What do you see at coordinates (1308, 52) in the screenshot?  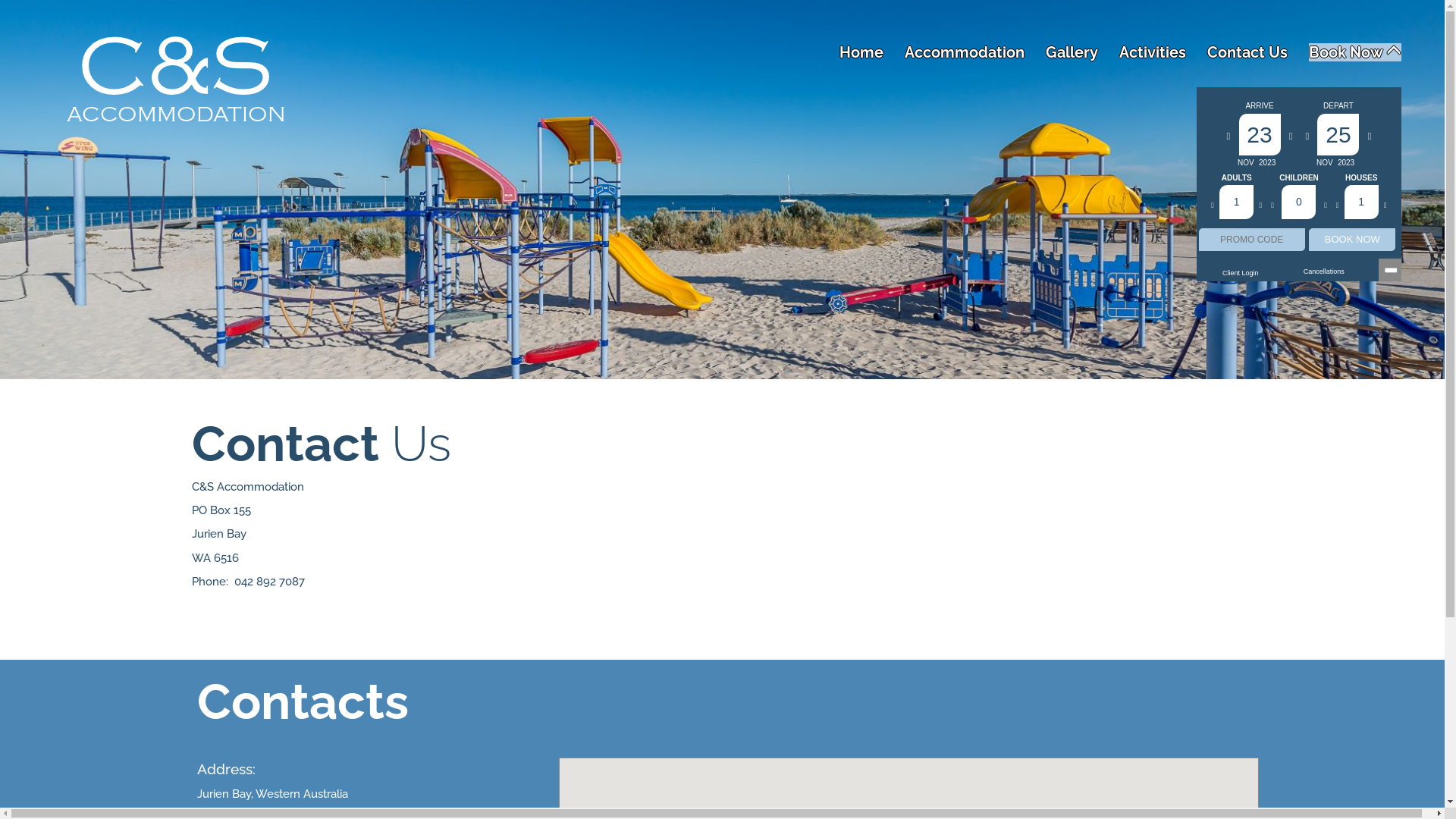 I see `'Book Now'` at bounding box center [1308, 52].